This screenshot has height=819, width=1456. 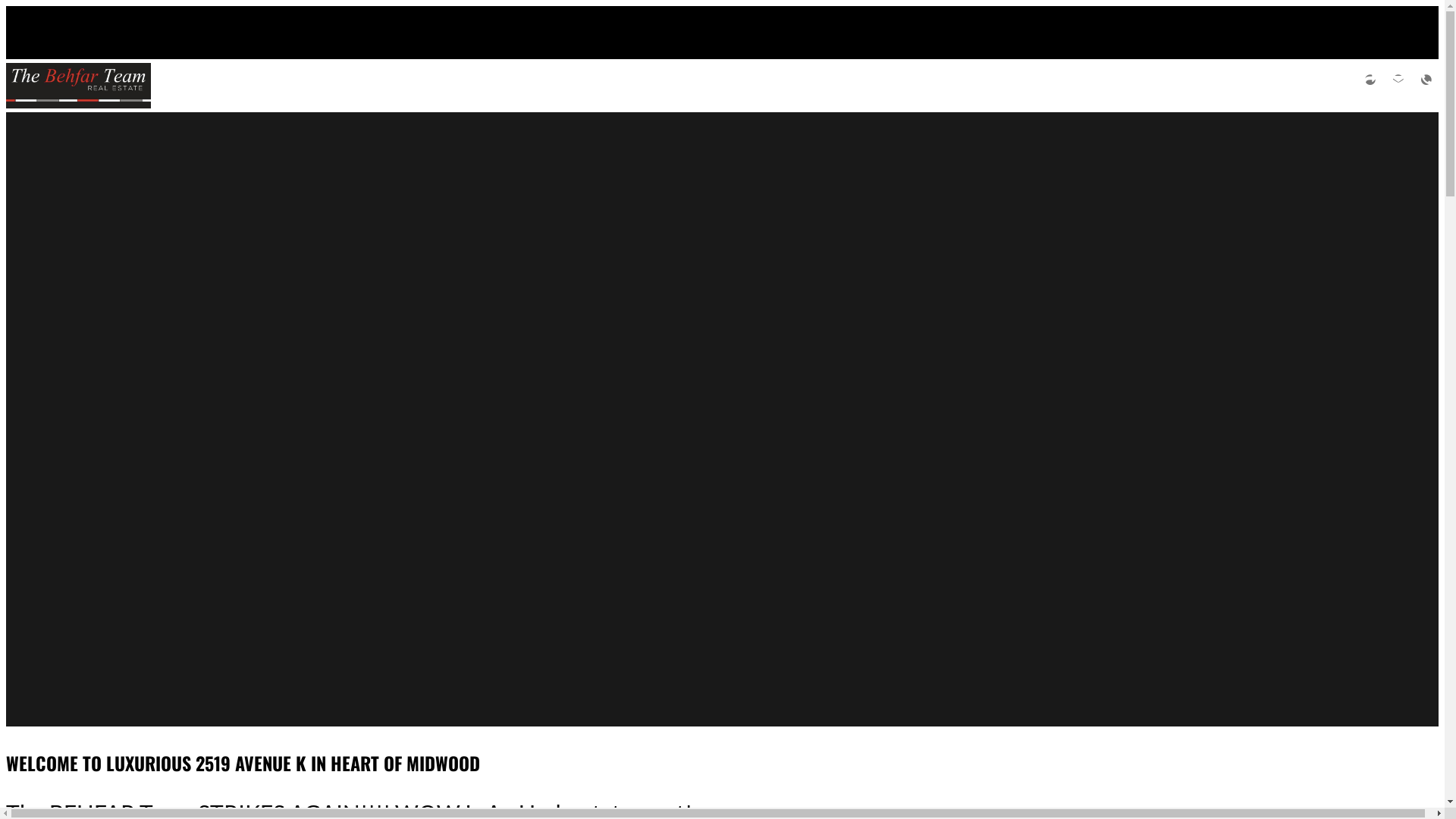 What do you see at coordinates (1357, 85) in the screenshot?
I see `'SHARE THIS PAGE'` at bounding box center [1357, 85].